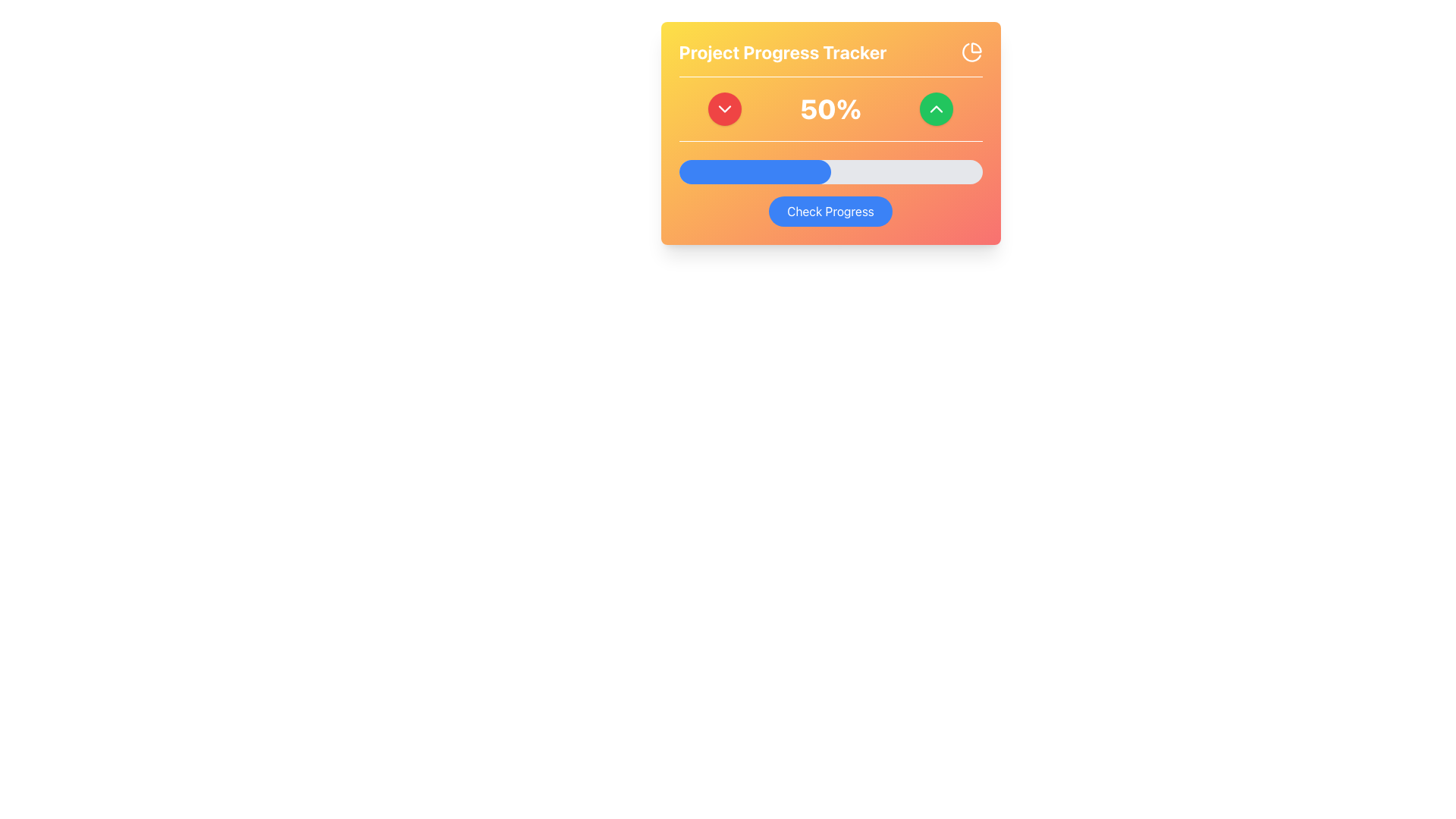  I want to click on the decorative SVG graphic that represents a pie-chart slice in the top-right corner of the 'Project Progress Tracker' card, so click(976, 47).